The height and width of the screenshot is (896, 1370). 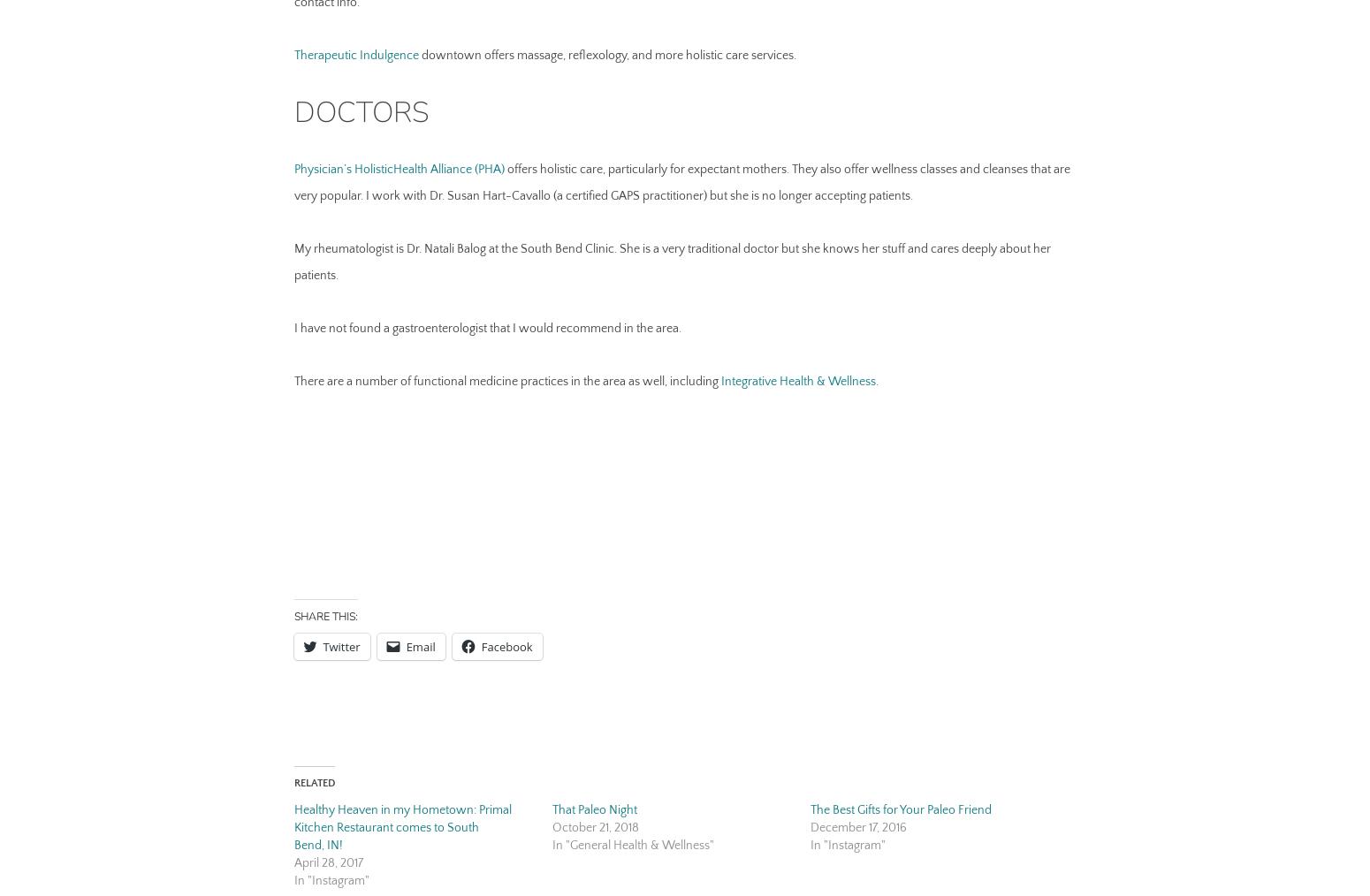 I want to click on 'downtown offers massage, reflexology, and more holistic care services.', so click(x=605, y=53).